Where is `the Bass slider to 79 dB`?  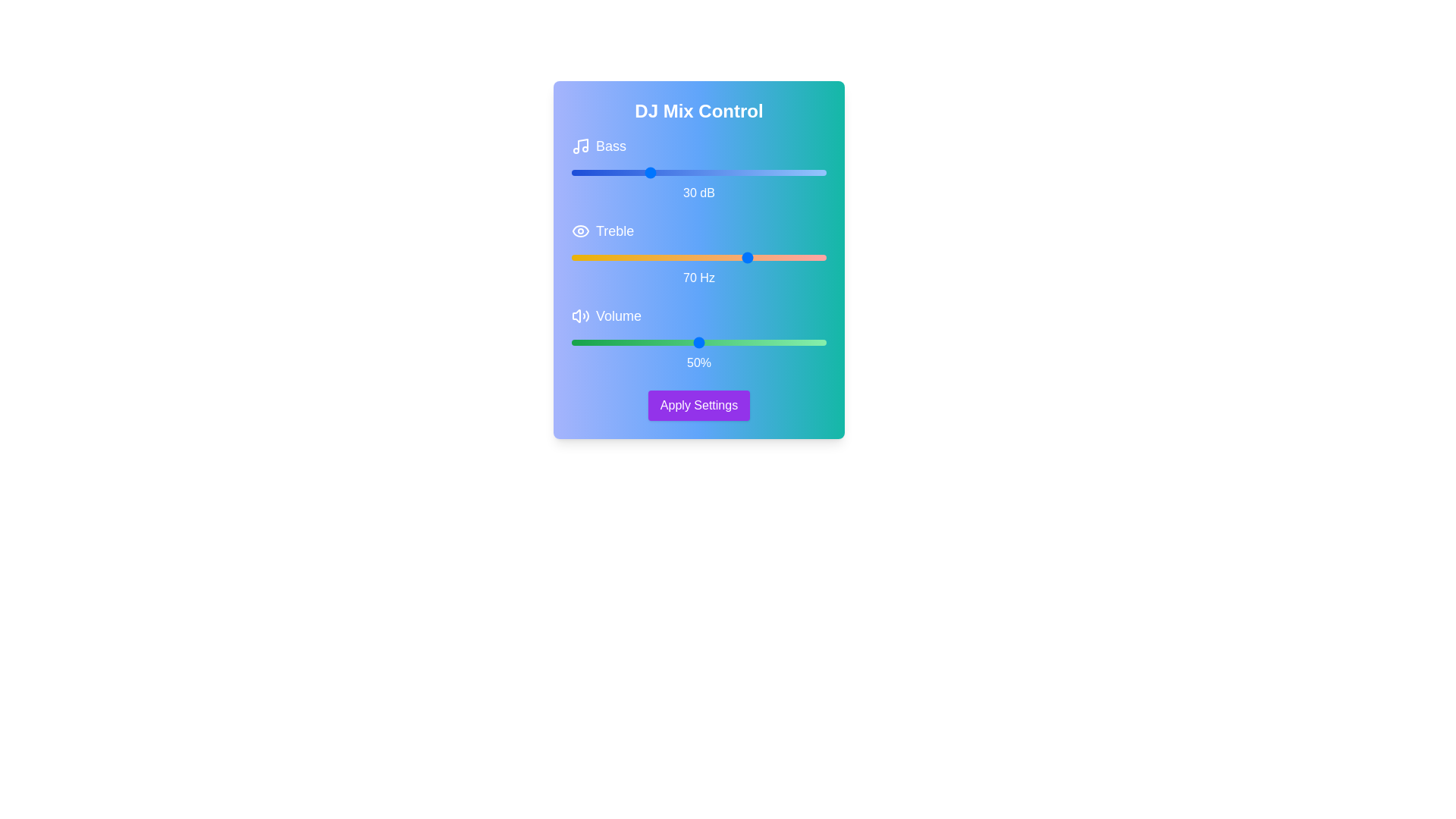
the Bass slider to 79 dB is located at coordinates (773, 171).